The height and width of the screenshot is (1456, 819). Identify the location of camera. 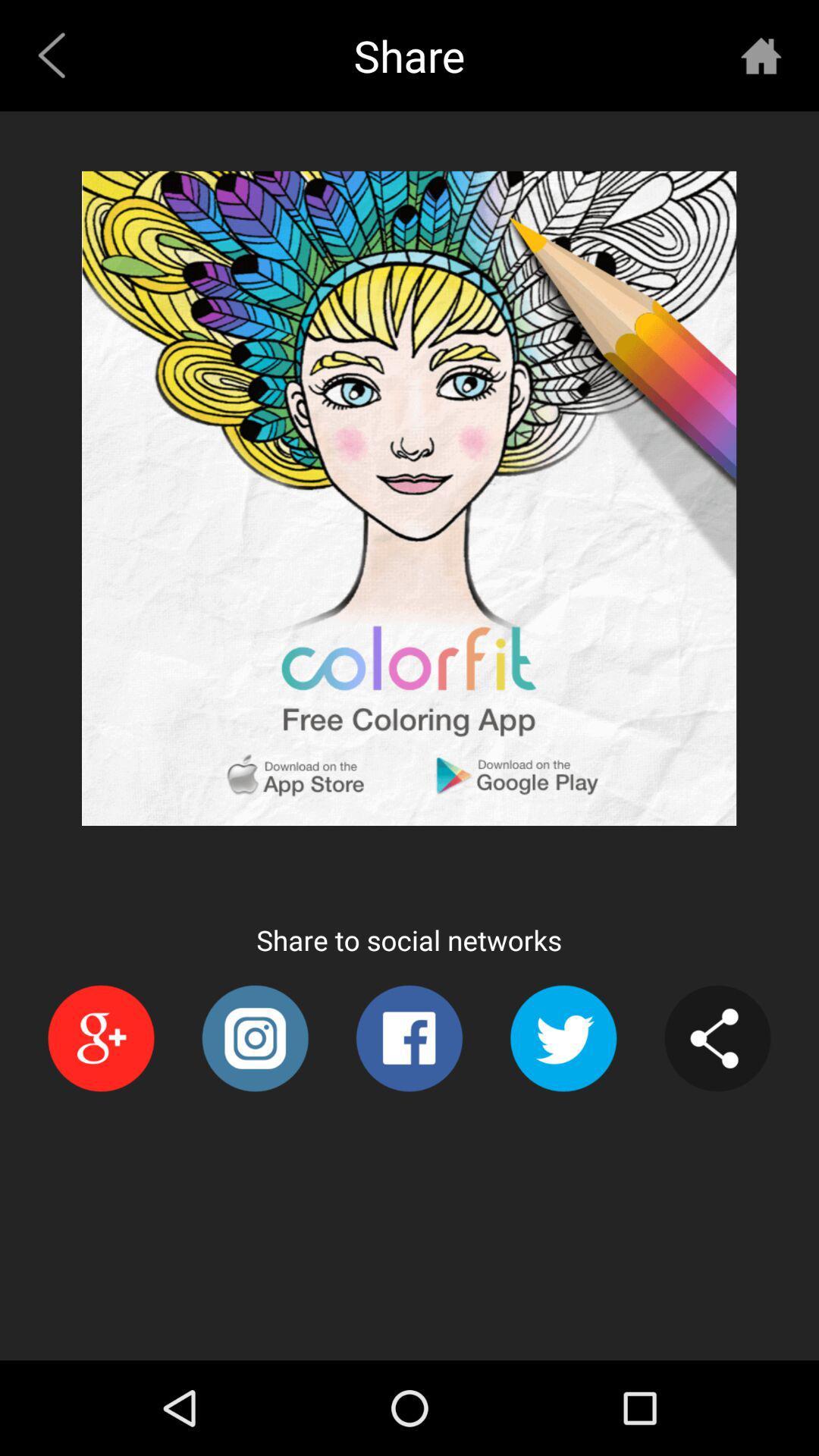
(254, 1037).